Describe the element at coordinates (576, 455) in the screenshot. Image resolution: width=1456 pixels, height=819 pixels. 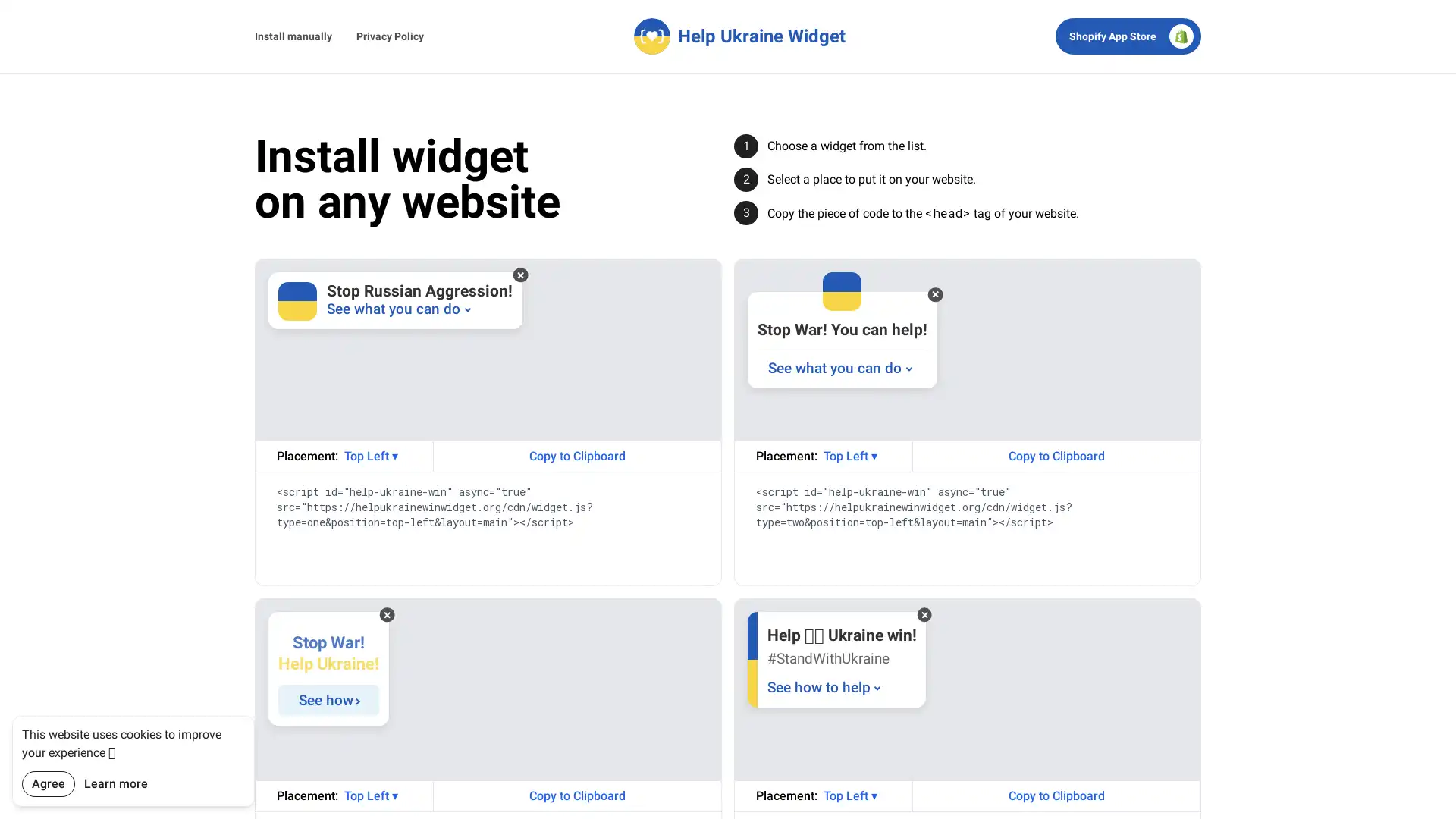
I see `Copy to Clipboard` at that location.